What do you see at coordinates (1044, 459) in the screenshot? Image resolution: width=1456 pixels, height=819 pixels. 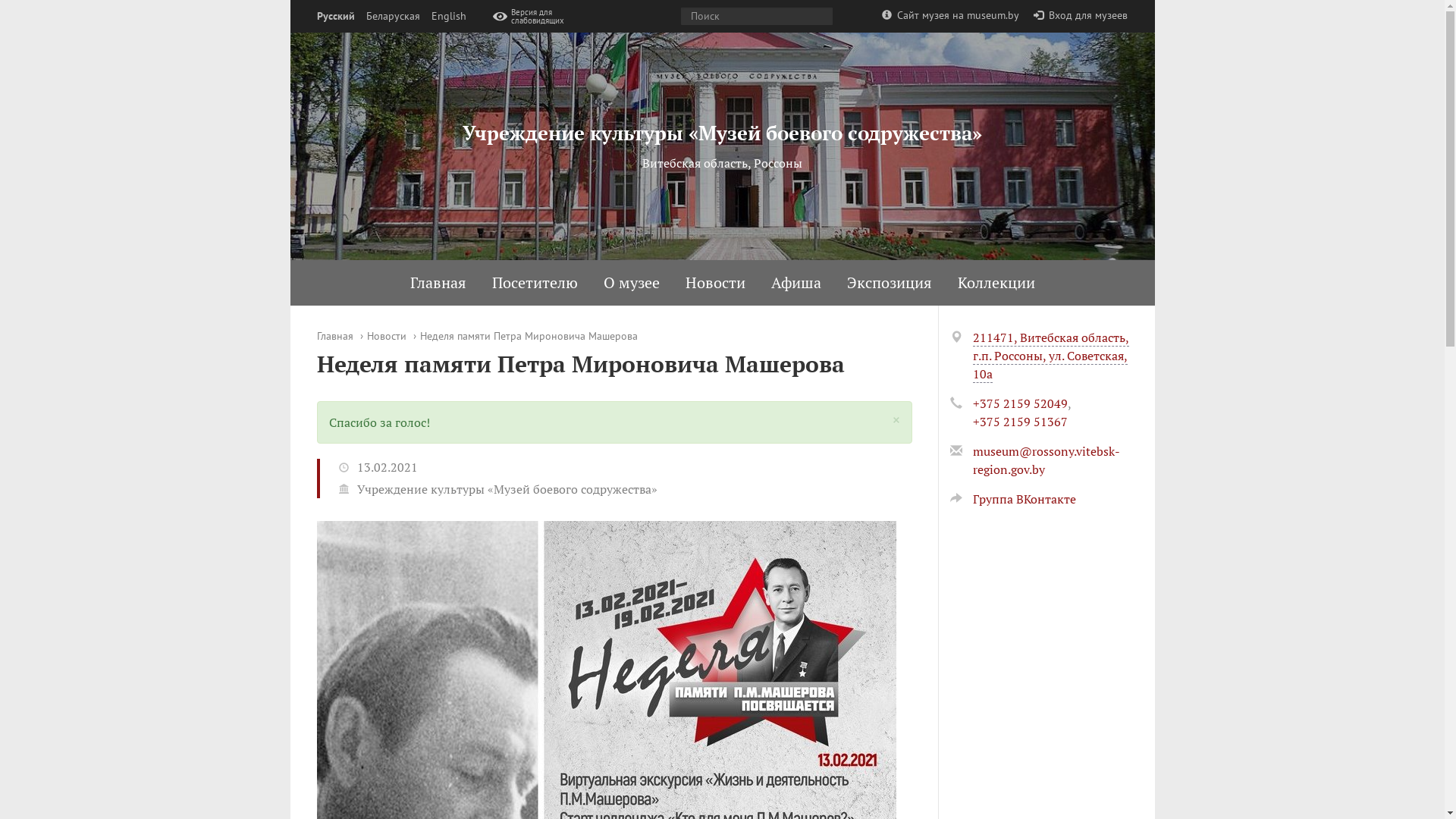 I see `'museum@rossony.vitebsk-region.gov.by'` at bounding box center [1044, 459].